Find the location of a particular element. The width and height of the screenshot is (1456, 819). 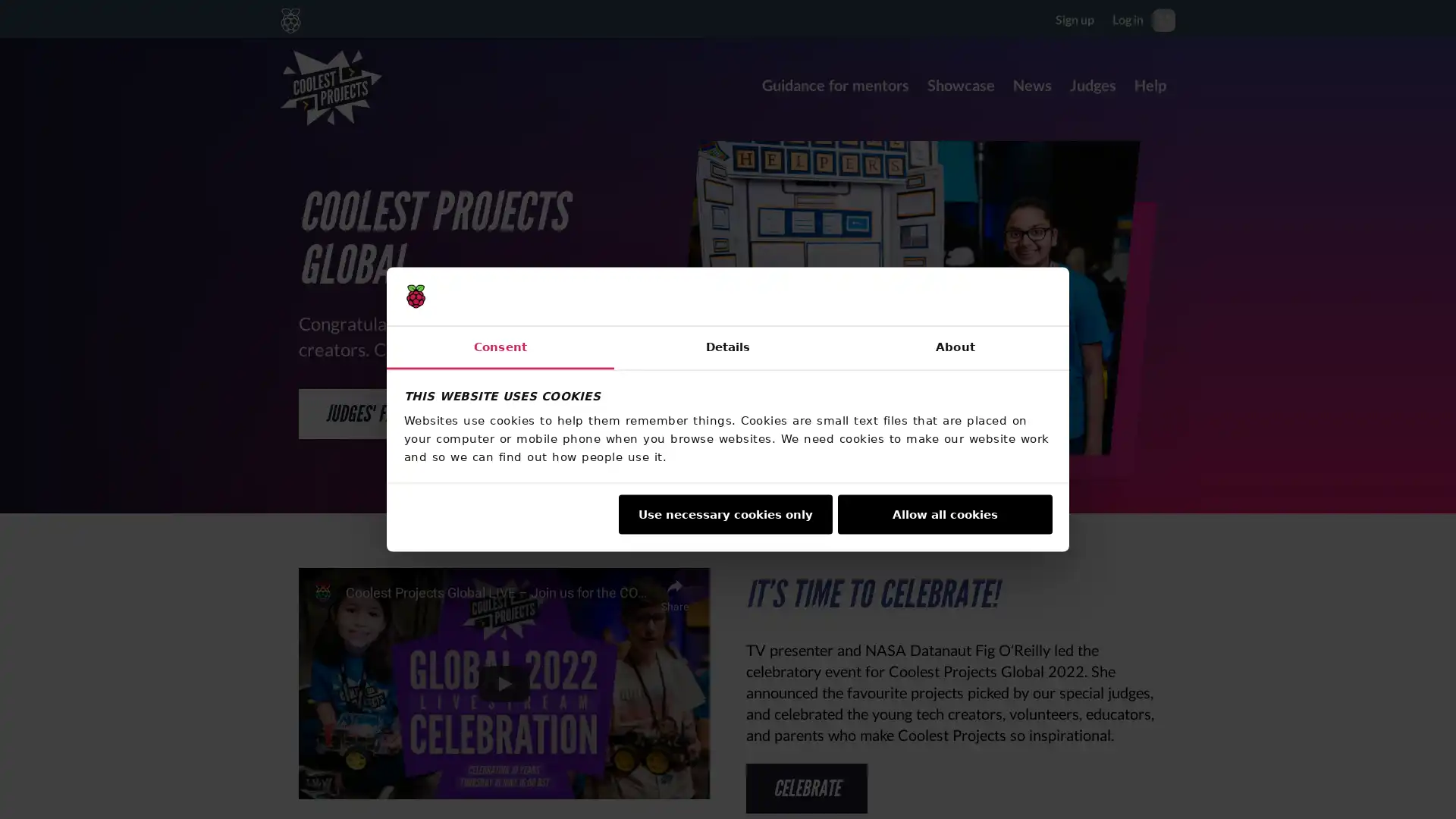

Use necessary cookies only is located at coordinates (723, 513).